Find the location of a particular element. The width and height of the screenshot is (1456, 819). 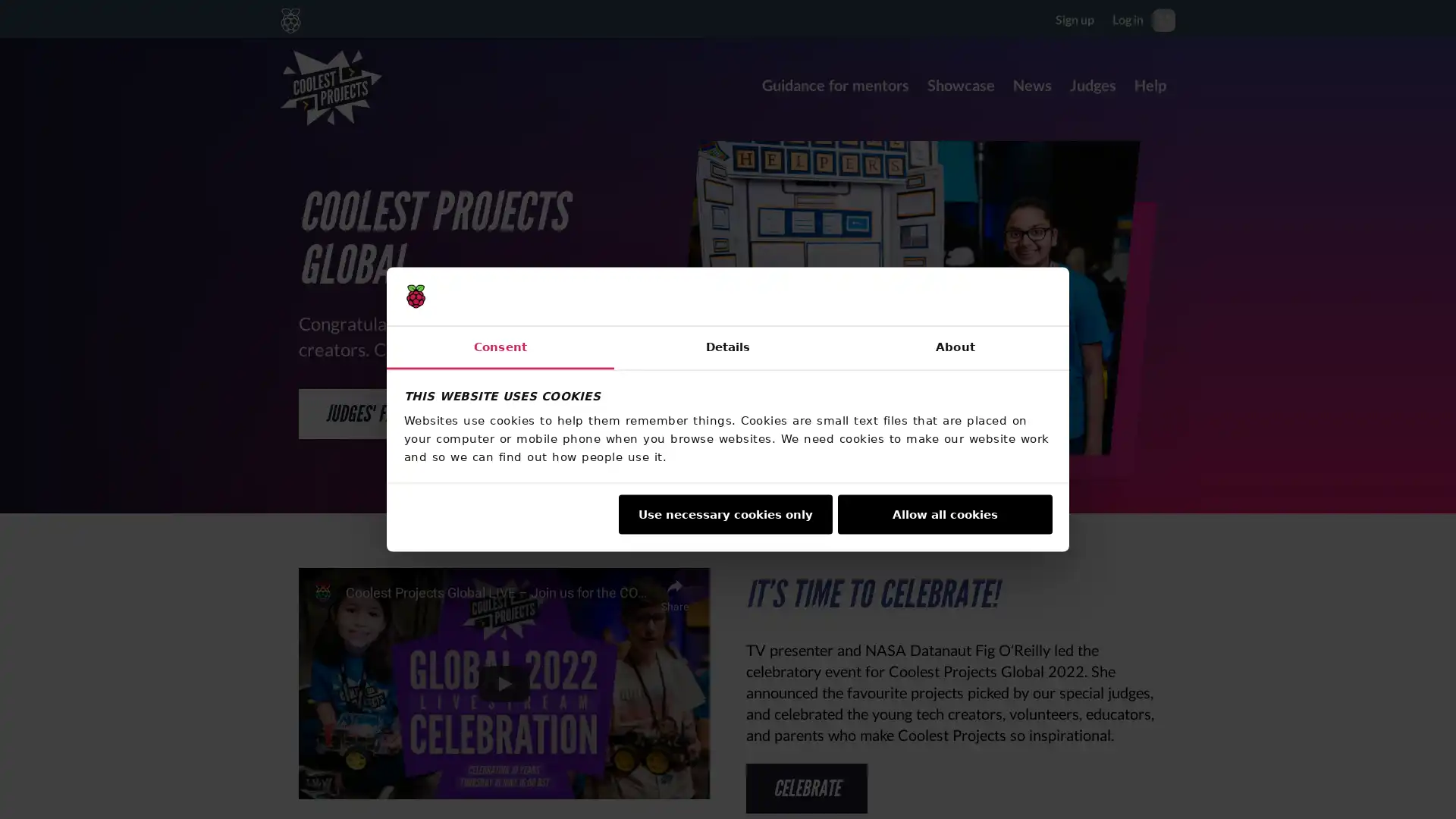

Use necessary cookies only is located at coordinates (723, 513).